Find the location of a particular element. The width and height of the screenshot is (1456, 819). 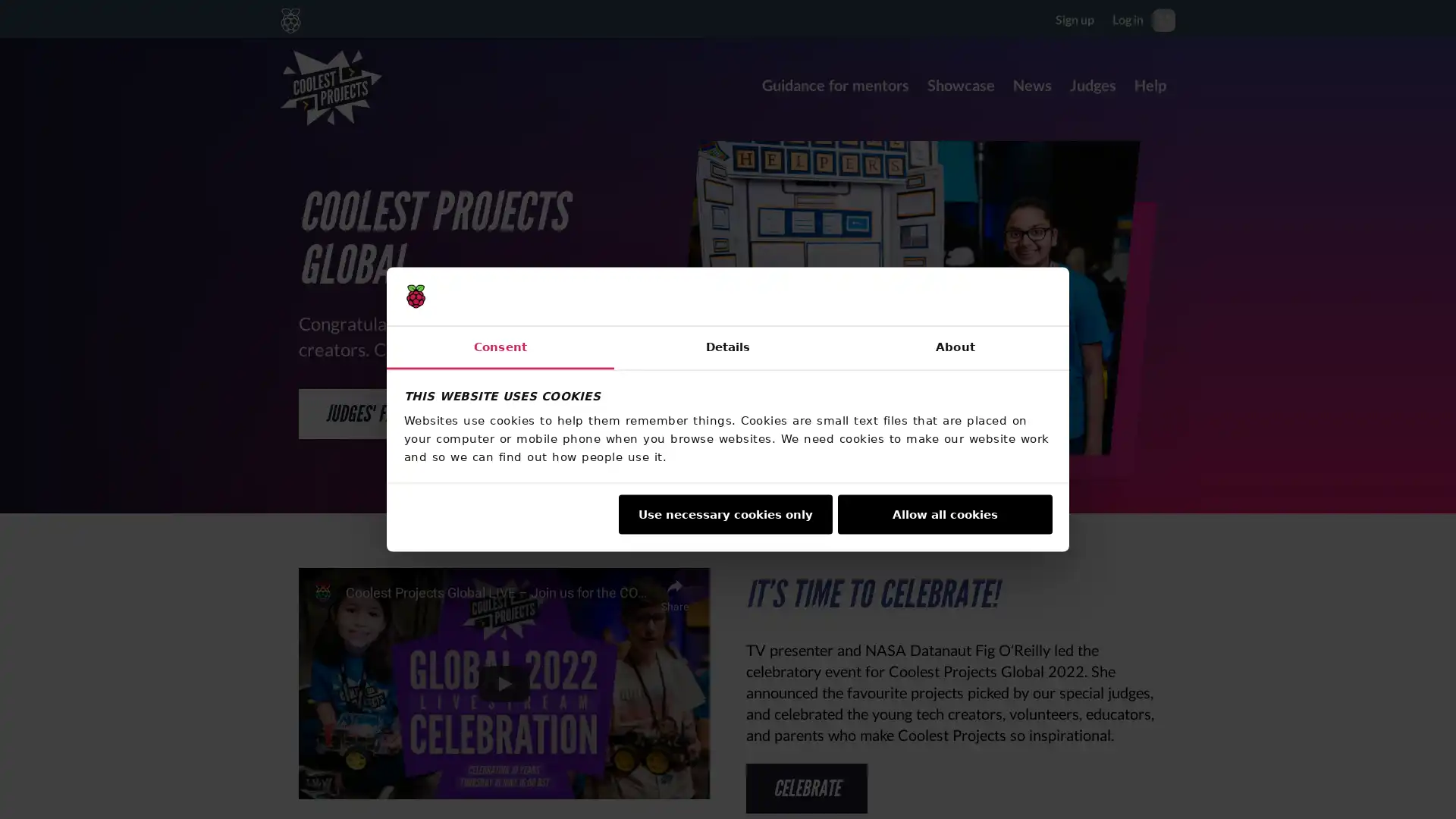

Use necessary cookies only is located at coordinates (723, 513).